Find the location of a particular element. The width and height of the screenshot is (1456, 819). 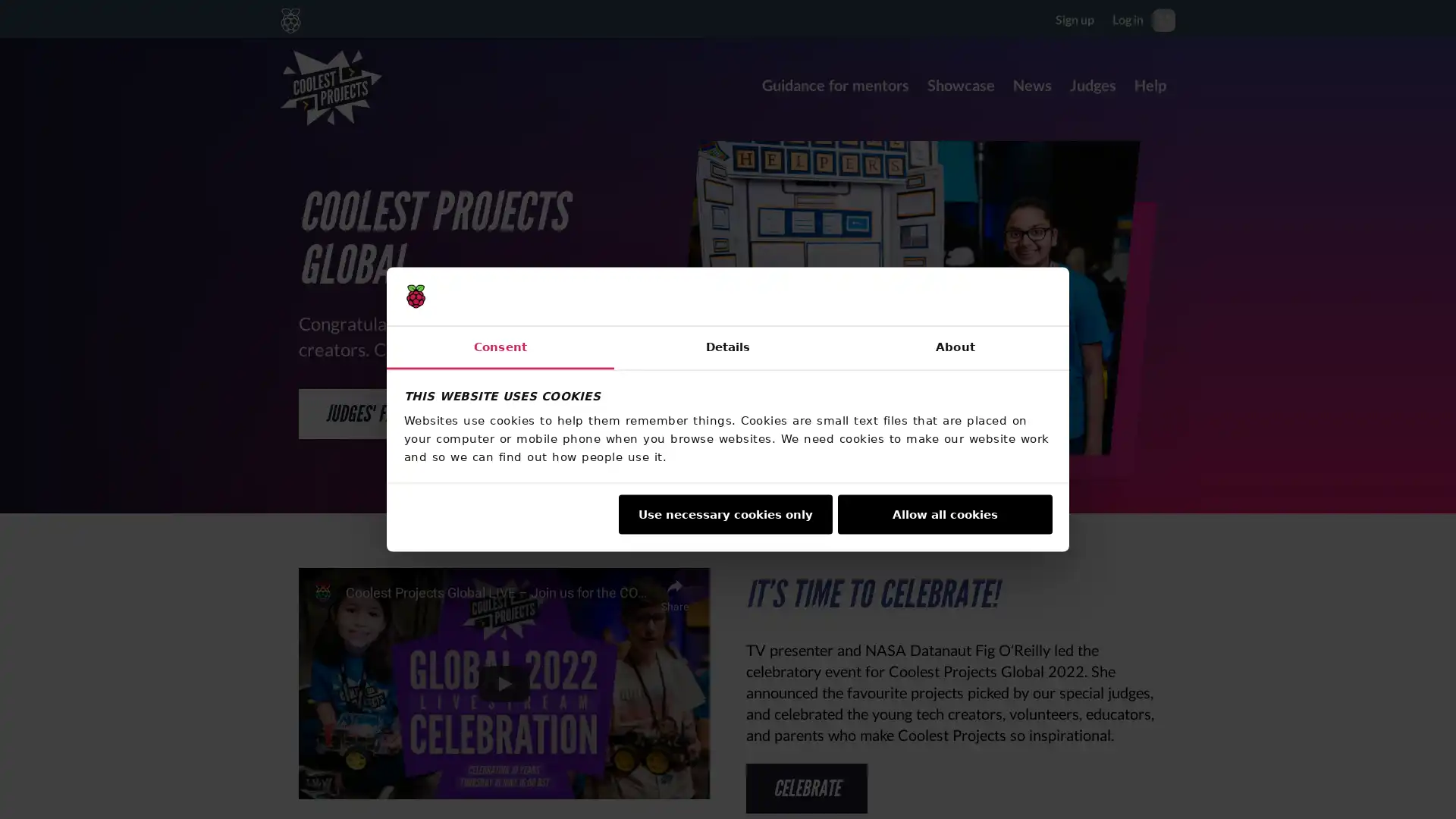

Use necessary cookies only is located at coordinates (723, 513).